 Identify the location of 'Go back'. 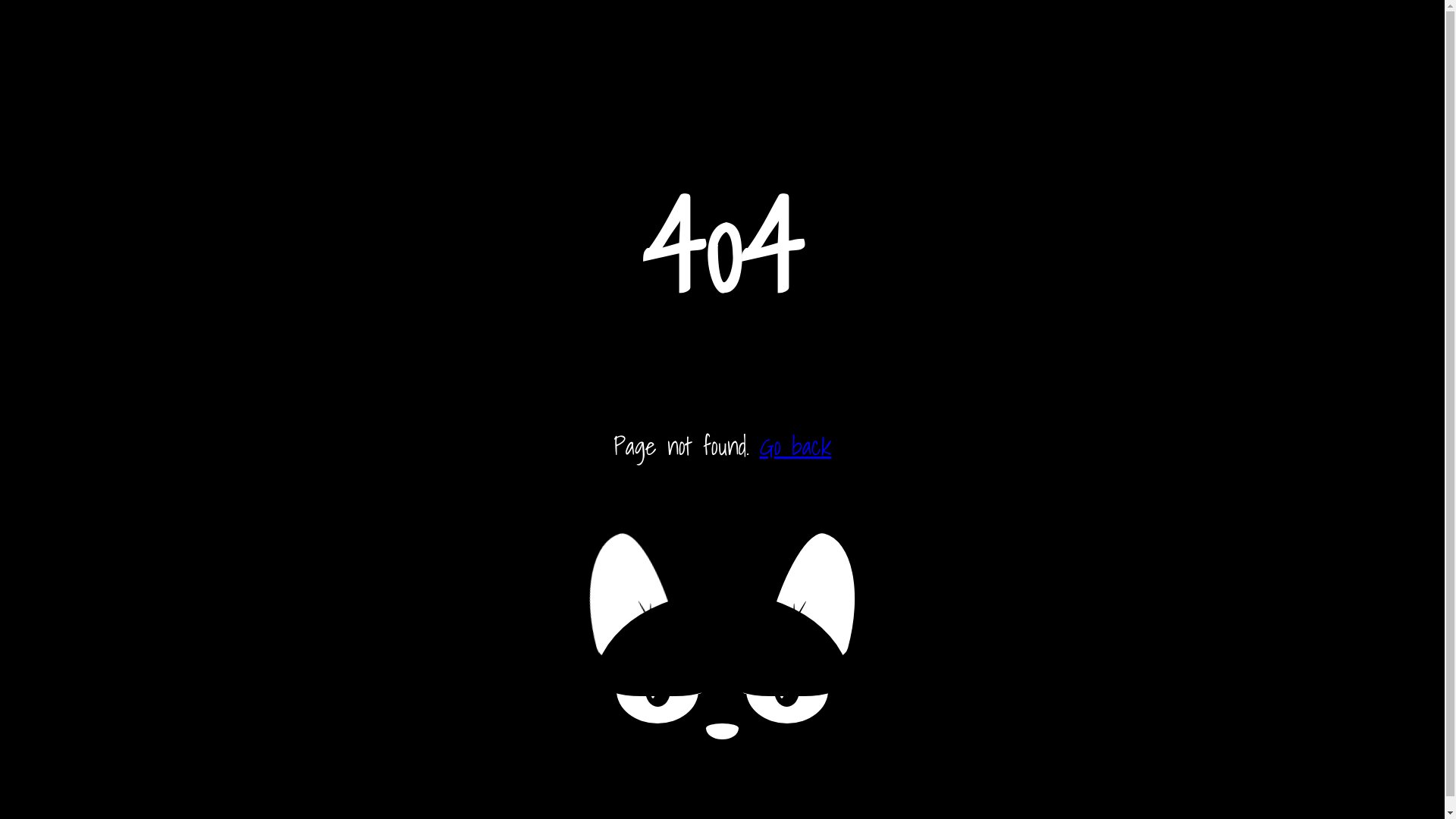
(795, 444).